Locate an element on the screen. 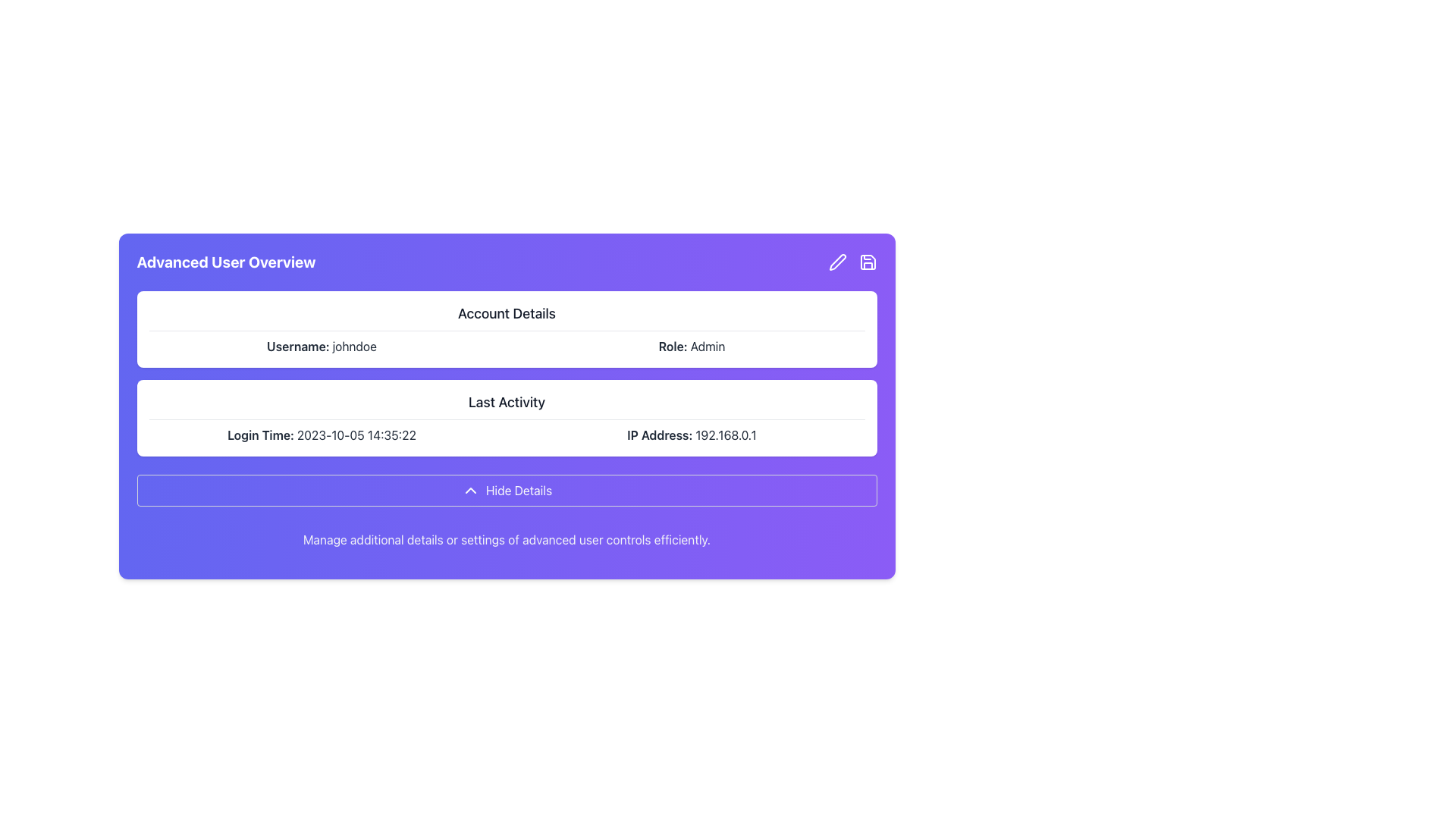 The image size is (1456, 819). the 'save' icon button, which resembles a floppy disk, located in the top-right corner of a purple UI card is located at coordinates (868, 262).